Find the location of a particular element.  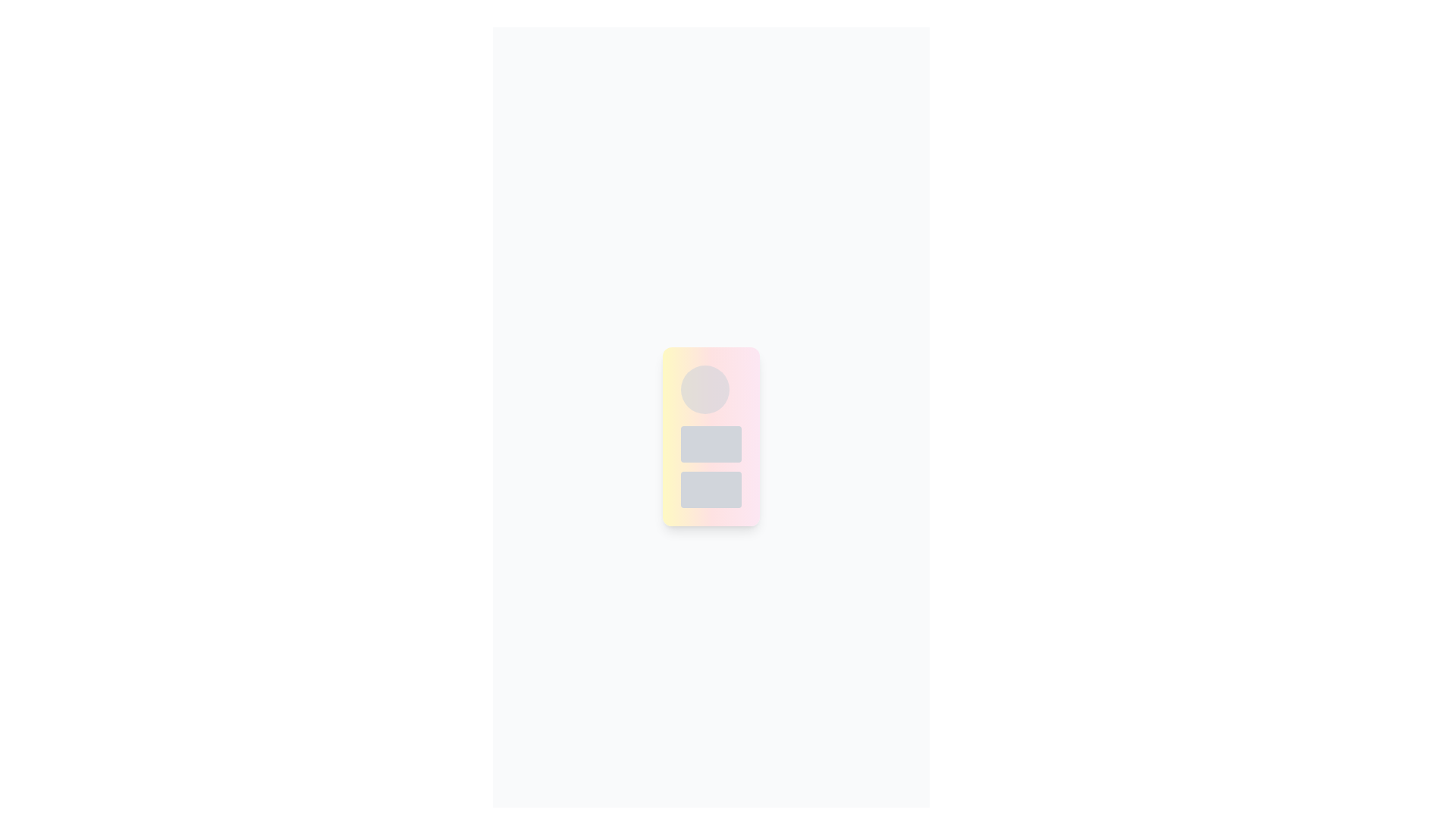

the circular decorative area or image placeholder with a gradient background, positioned at the top of the vertically arranged layout is located at coordinates (710, 388).